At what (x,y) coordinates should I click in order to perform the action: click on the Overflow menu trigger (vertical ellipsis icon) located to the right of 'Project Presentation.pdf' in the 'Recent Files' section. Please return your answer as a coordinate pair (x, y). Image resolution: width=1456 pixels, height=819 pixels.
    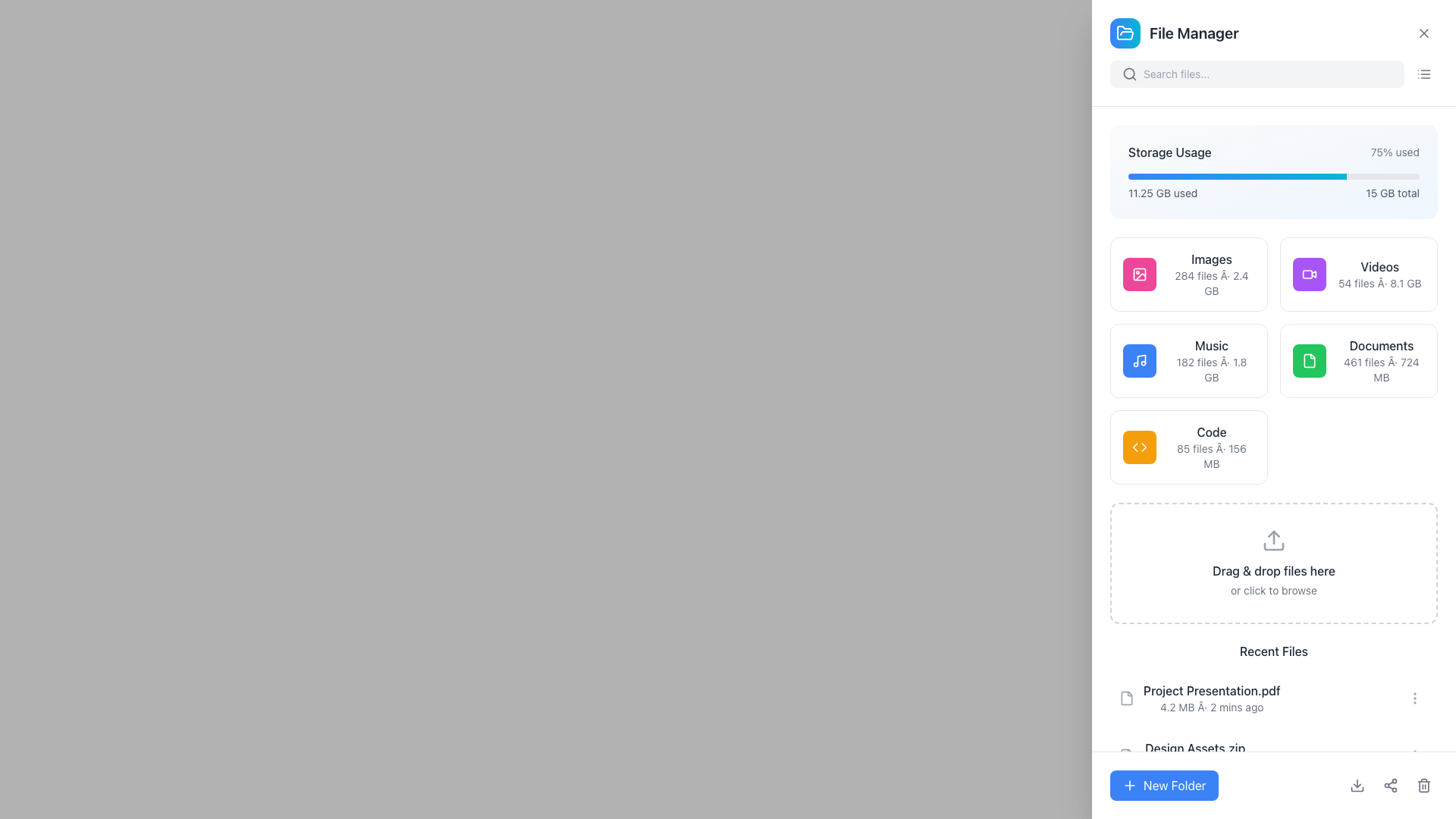
    Looking at the image, I should click on (1414, 698).